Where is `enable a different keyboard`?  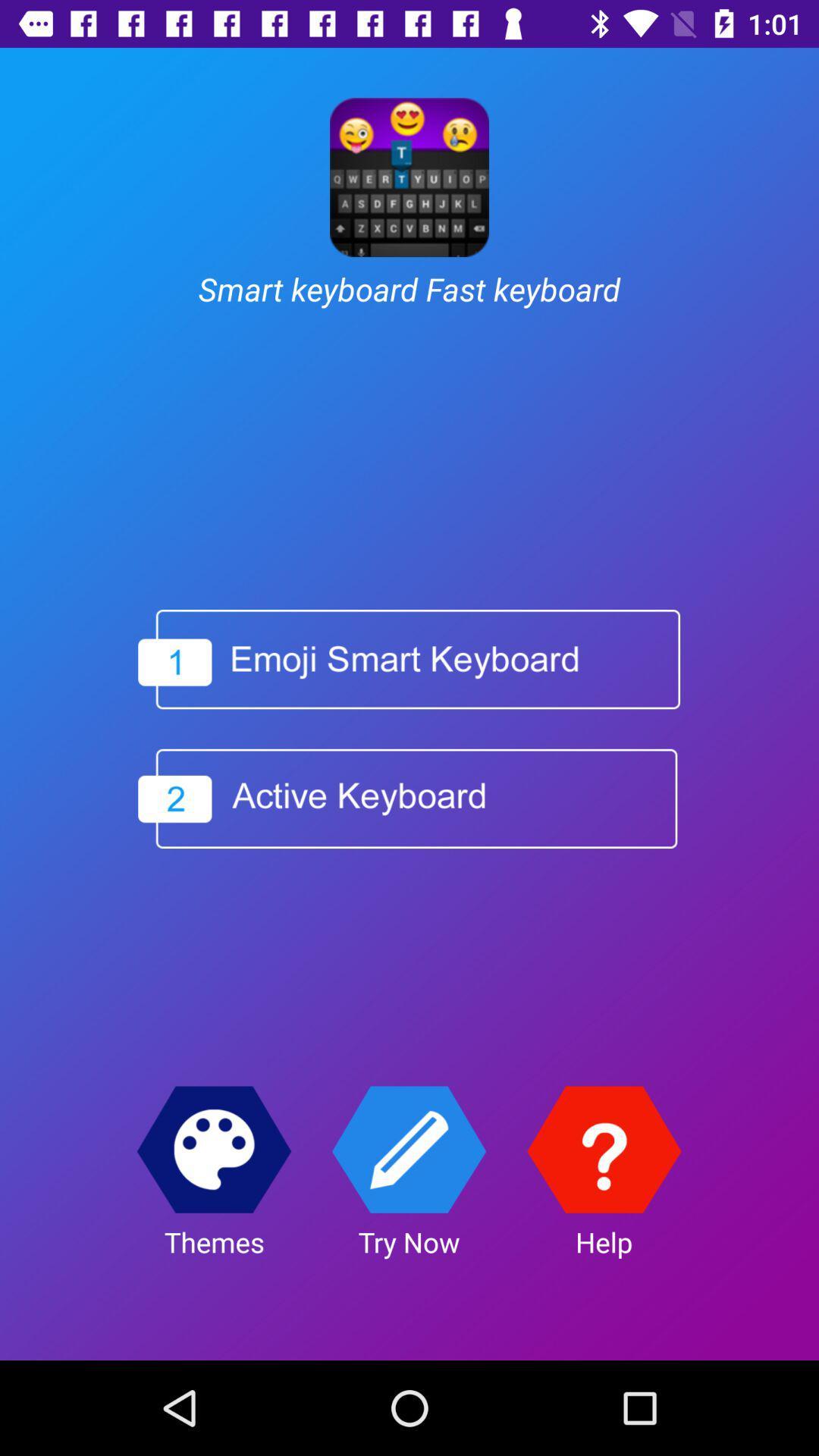
enable a different keyboard is located at coordinates (408, 659).